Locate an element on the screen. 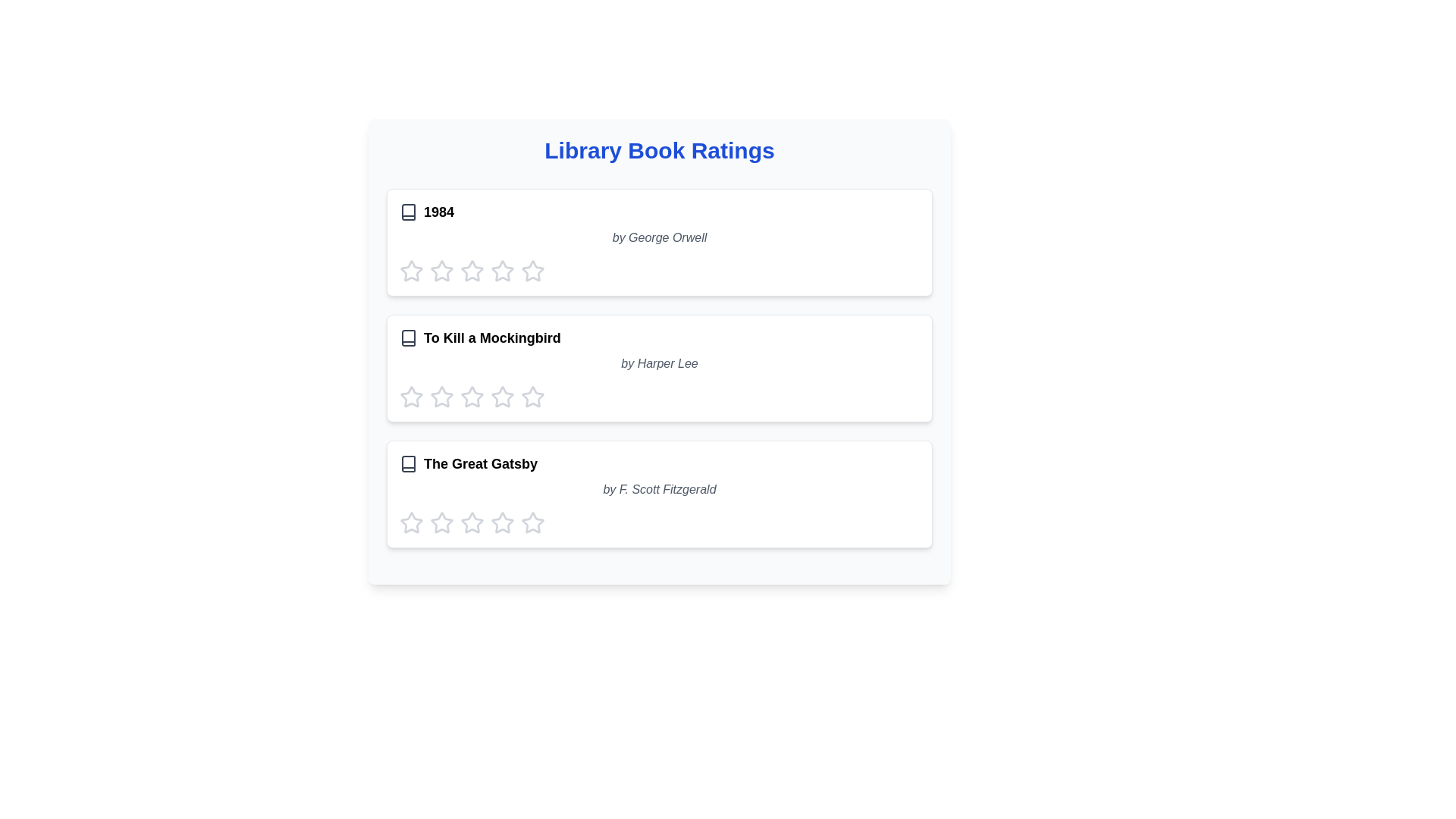 The image size is (1456, 819). the third star icon in the rating row for 'To Kill a Mockingbird' by Harper Lee is located at coordinates (532, 396).